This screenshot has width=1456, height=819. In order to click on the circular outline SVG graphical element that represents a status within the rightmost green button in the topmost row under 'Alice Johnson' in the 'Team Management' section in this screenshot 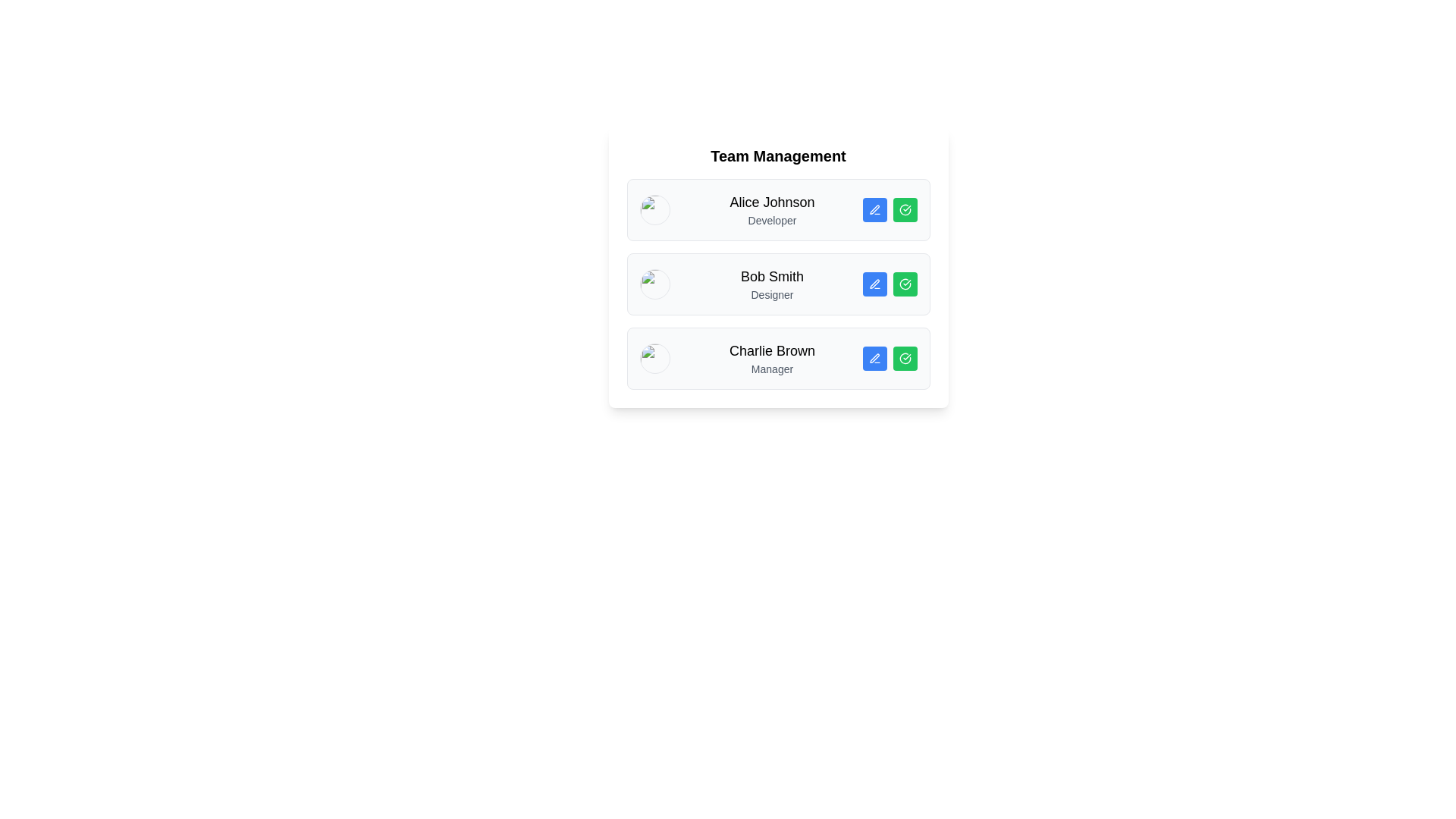, I will do `click(905, 210)`.